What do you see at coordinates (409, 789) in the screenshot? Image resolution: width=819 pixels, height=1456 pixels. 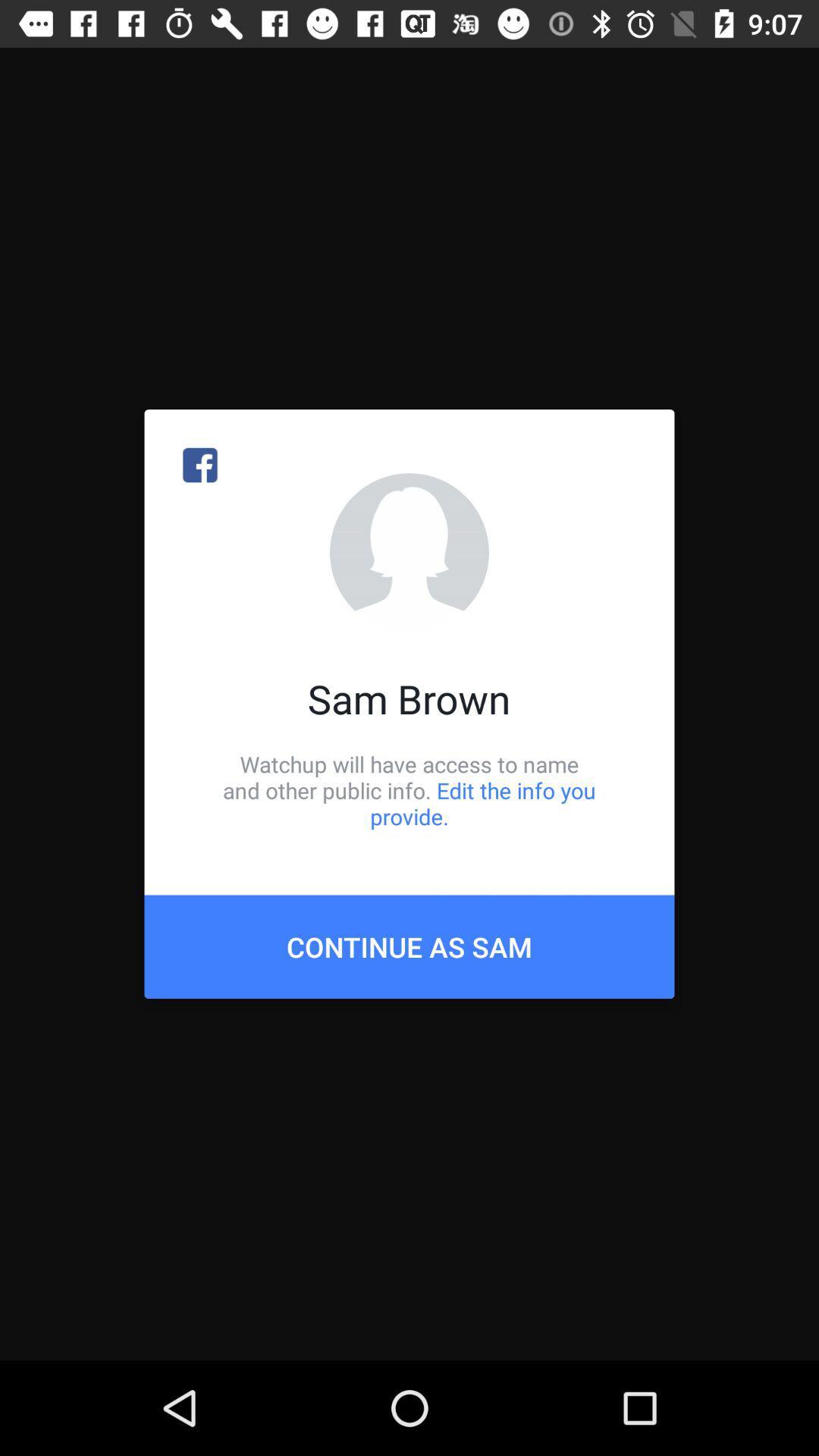 I see `the watchup will have` at bounding box center [409, 789].